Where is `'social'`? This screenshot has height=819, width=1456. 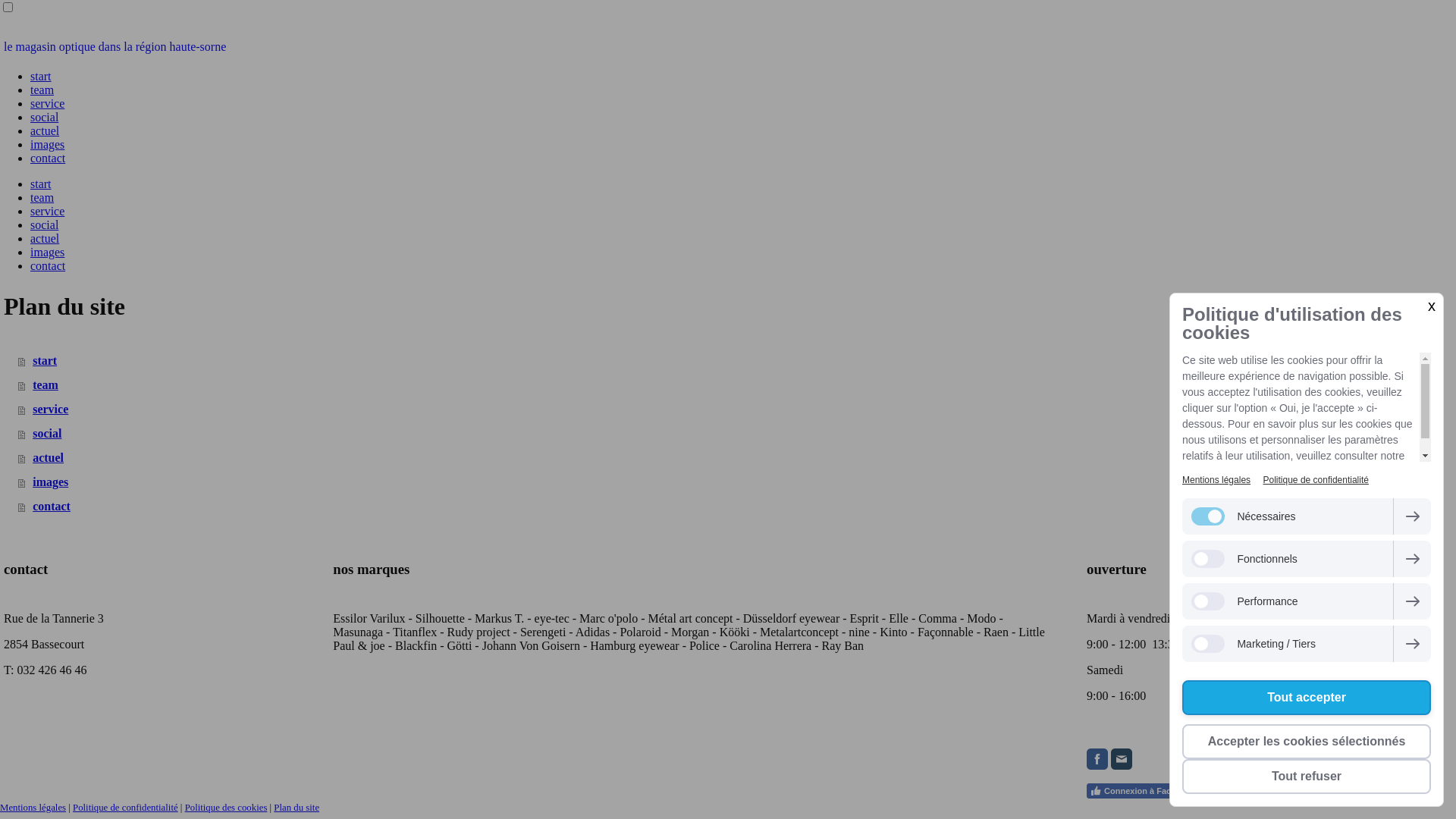 'social' is located at coordinates (44, 116).